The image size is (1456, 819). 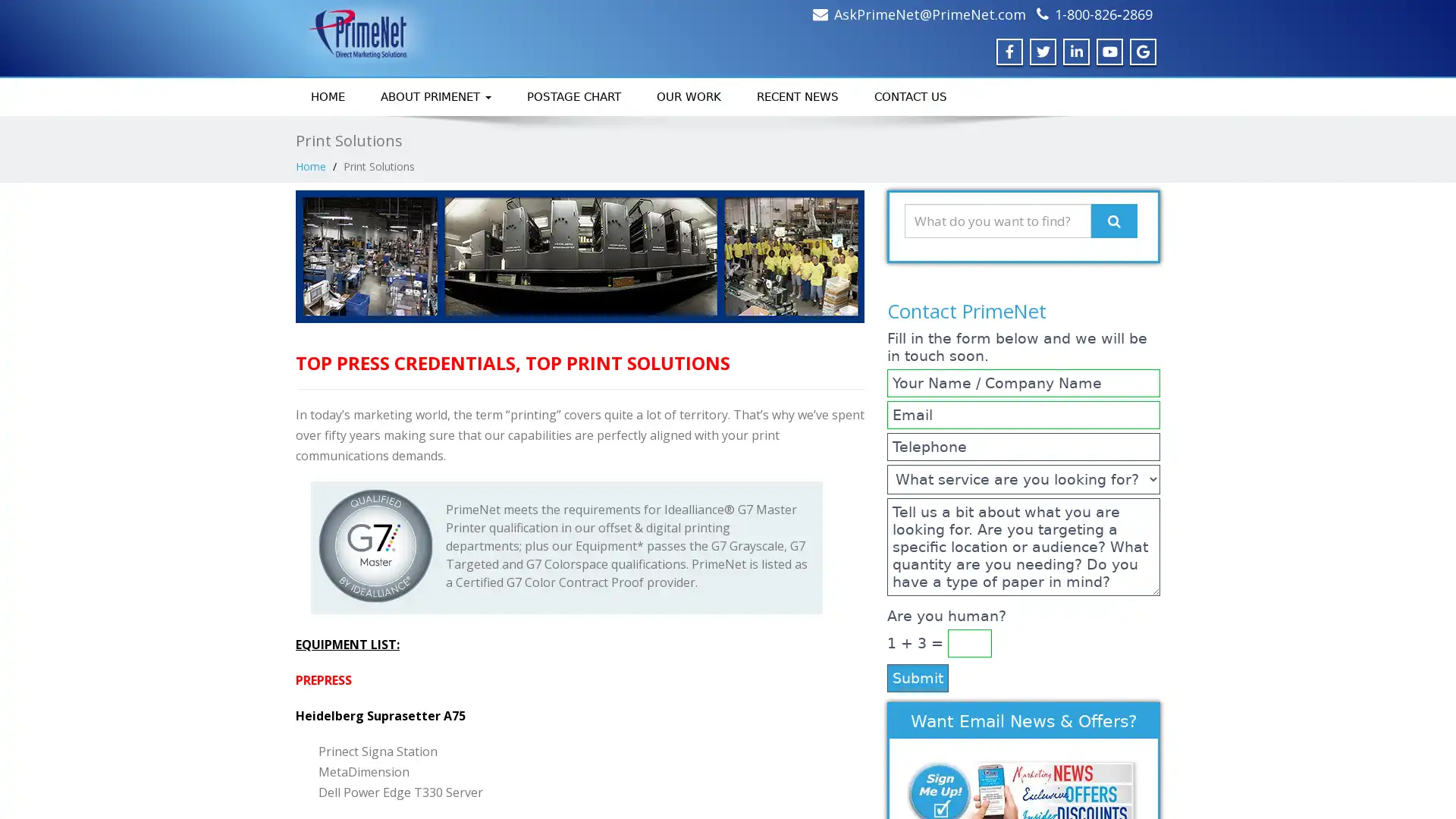 I want to click on Submit, so click(x=917, y=676).